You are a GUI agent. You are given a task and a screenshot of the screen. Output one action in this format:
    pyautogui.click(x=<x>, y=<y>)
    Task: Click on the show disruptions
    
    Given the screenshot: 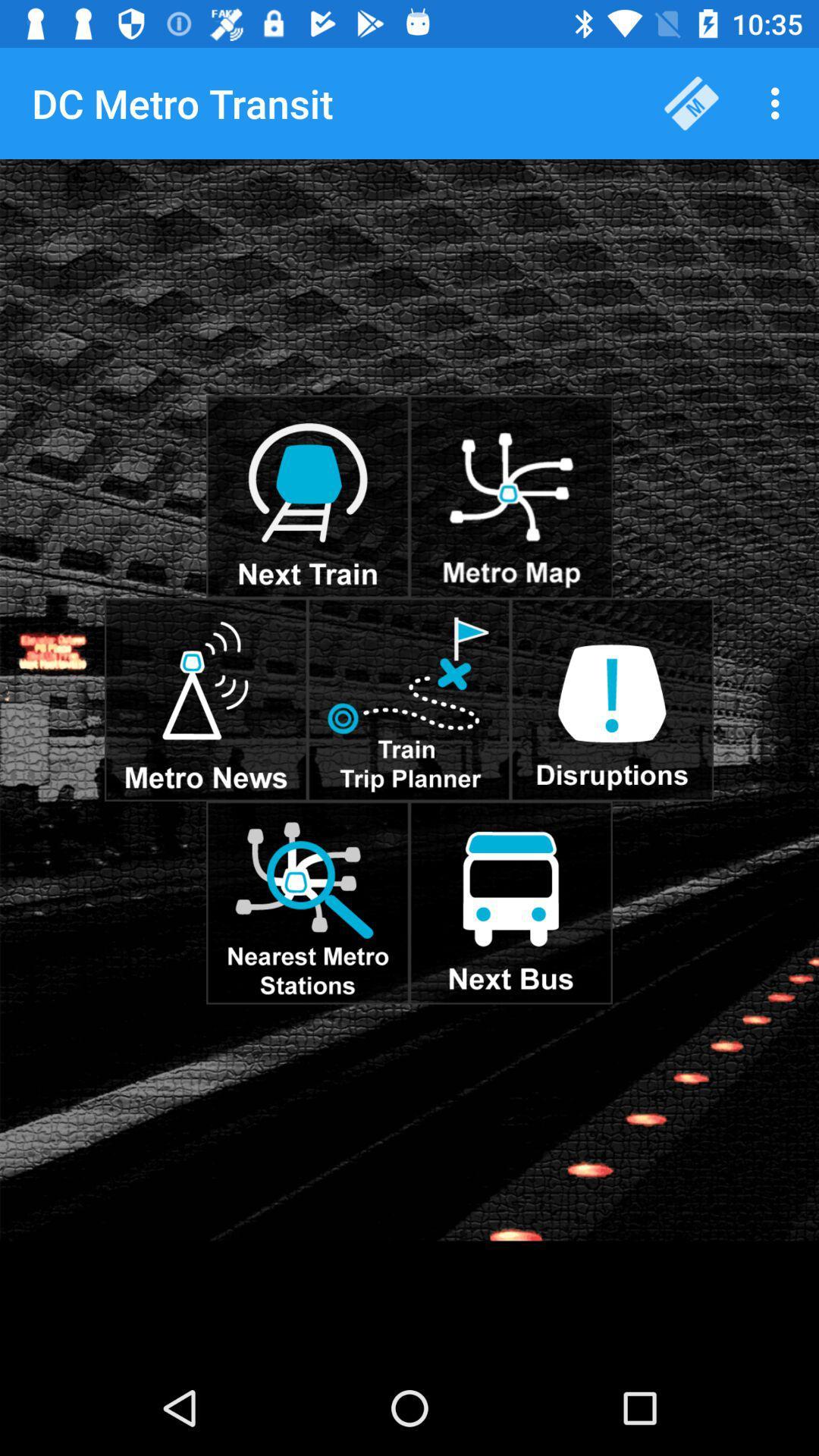 What is the action you would take?
    pyautogui.click(x=611, y=698)
    